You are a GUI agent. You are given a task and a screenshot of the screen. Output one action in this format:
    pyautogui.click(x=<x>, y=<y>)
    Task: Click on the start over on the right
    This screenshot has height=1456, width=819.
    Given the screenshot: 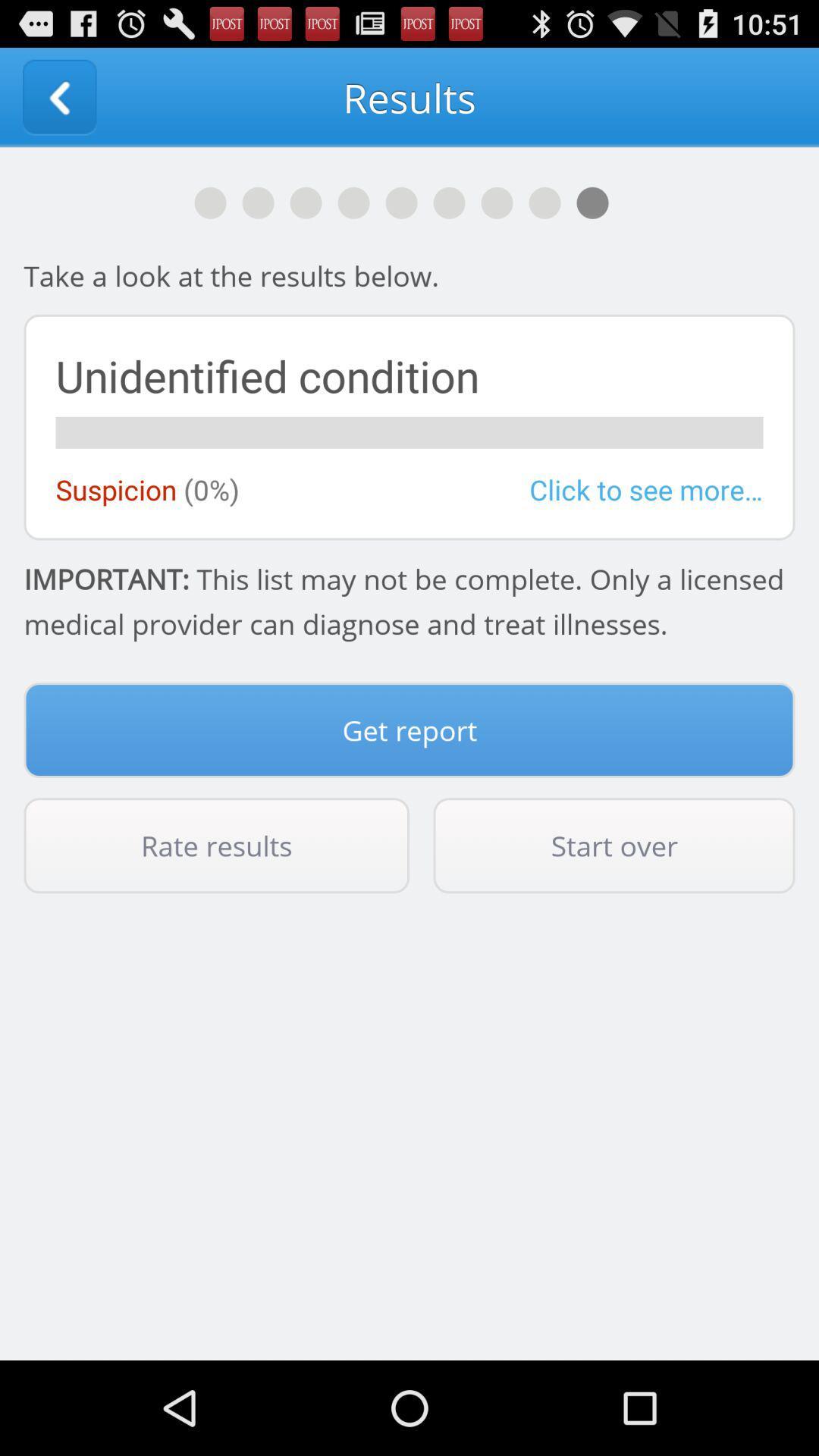 What is the action you would take?
    pyautogui.click(x=614, y=845)
    